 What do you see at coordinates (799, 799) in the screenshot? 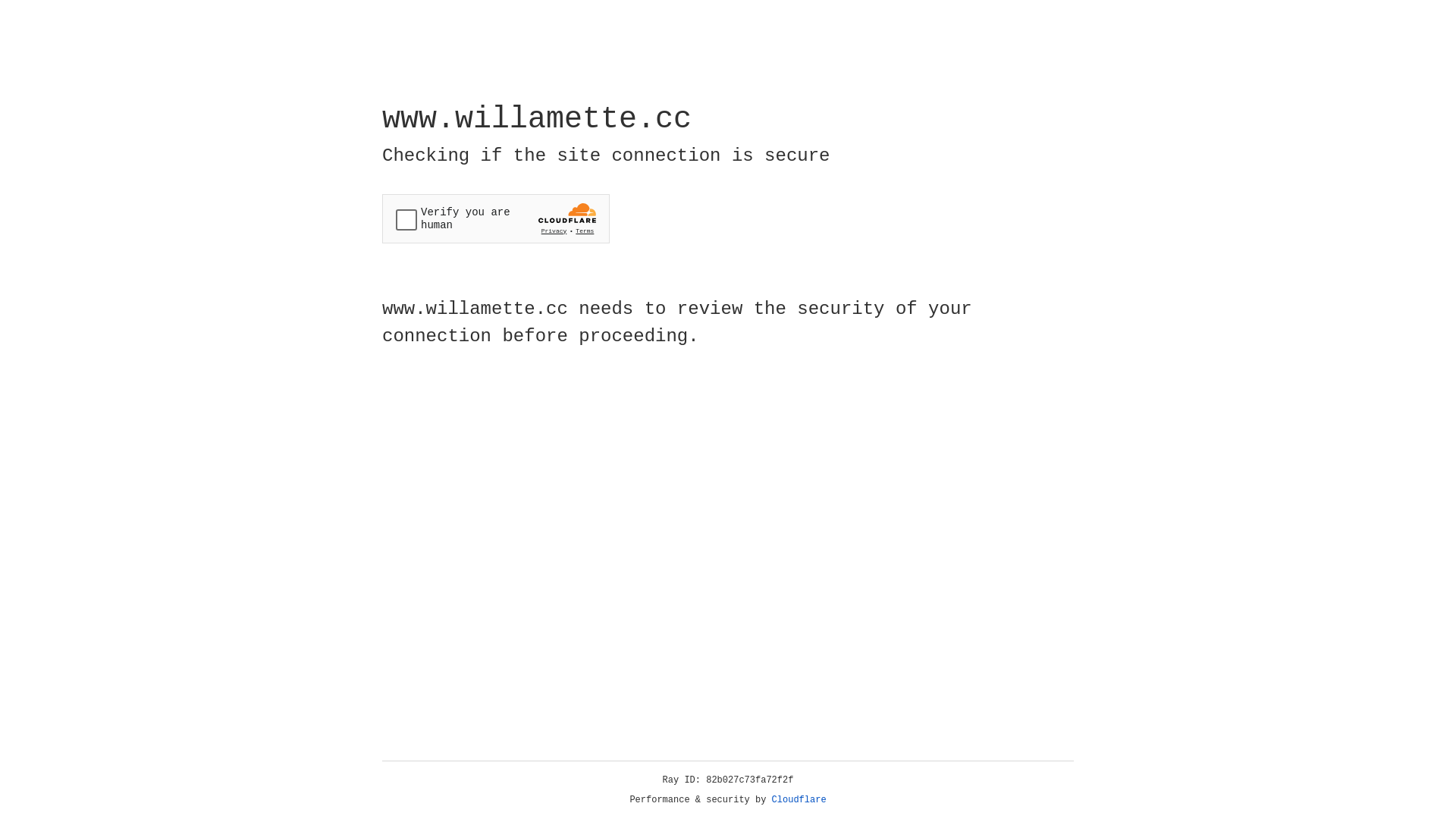
I see `'Cloudflare'` at bounding box center [799, 799].